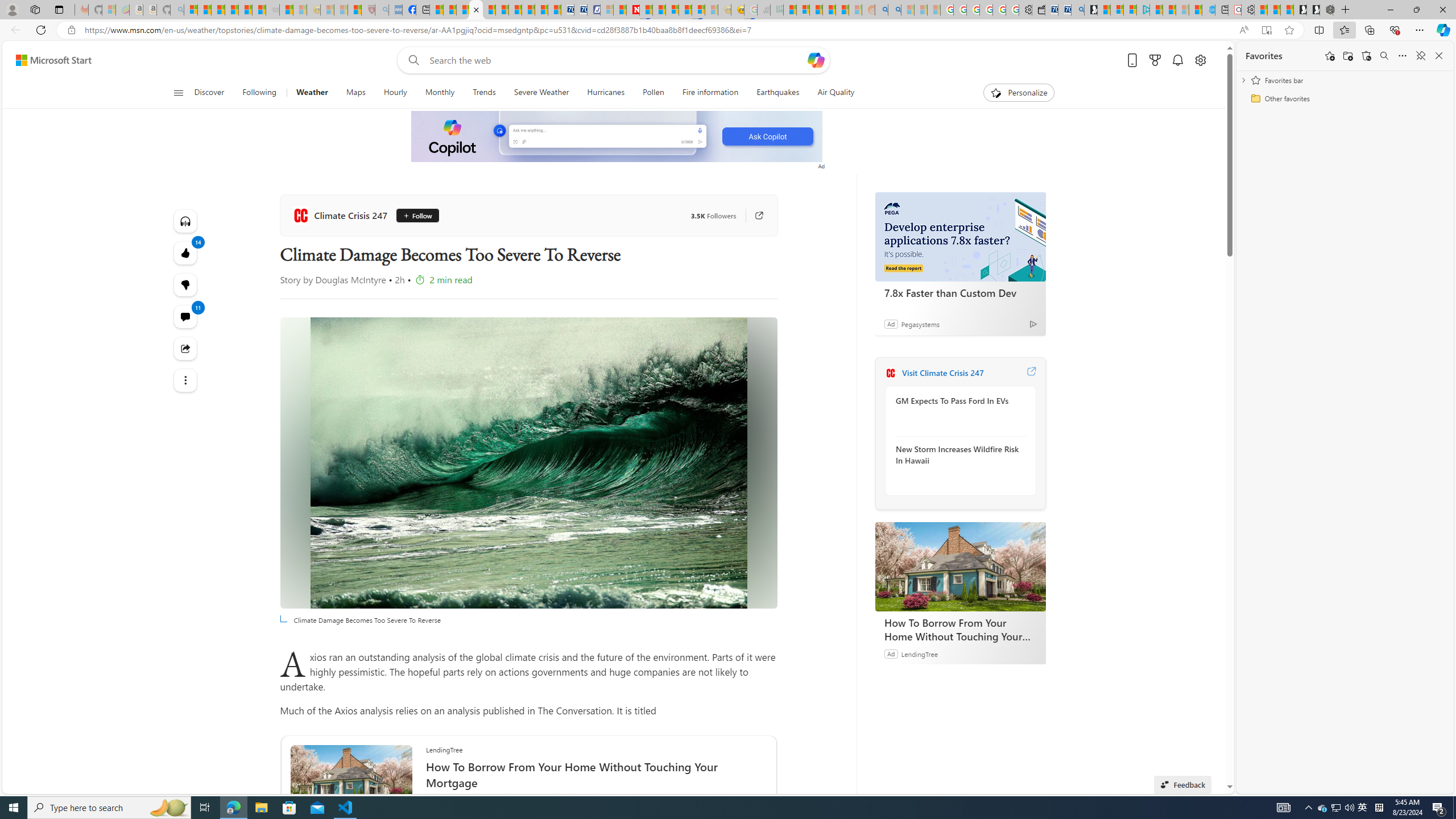 The height and width of the screenshot is (819, 1456). What do you see at coordinates (440, 92) in the screenshot?
I see `'Monthly'` at bounding box center [440, 92].